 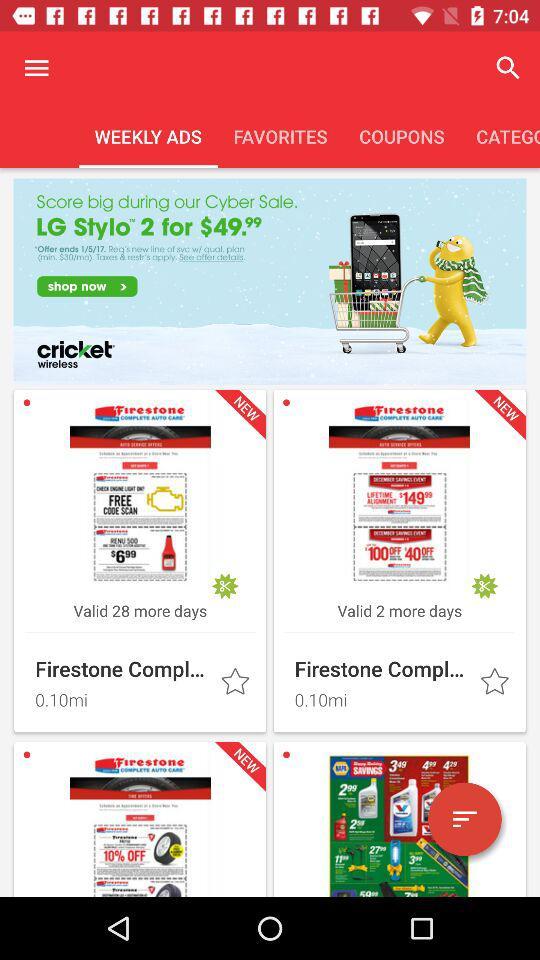 I want to click on the filter_list icon, so click(x=464, y=819).